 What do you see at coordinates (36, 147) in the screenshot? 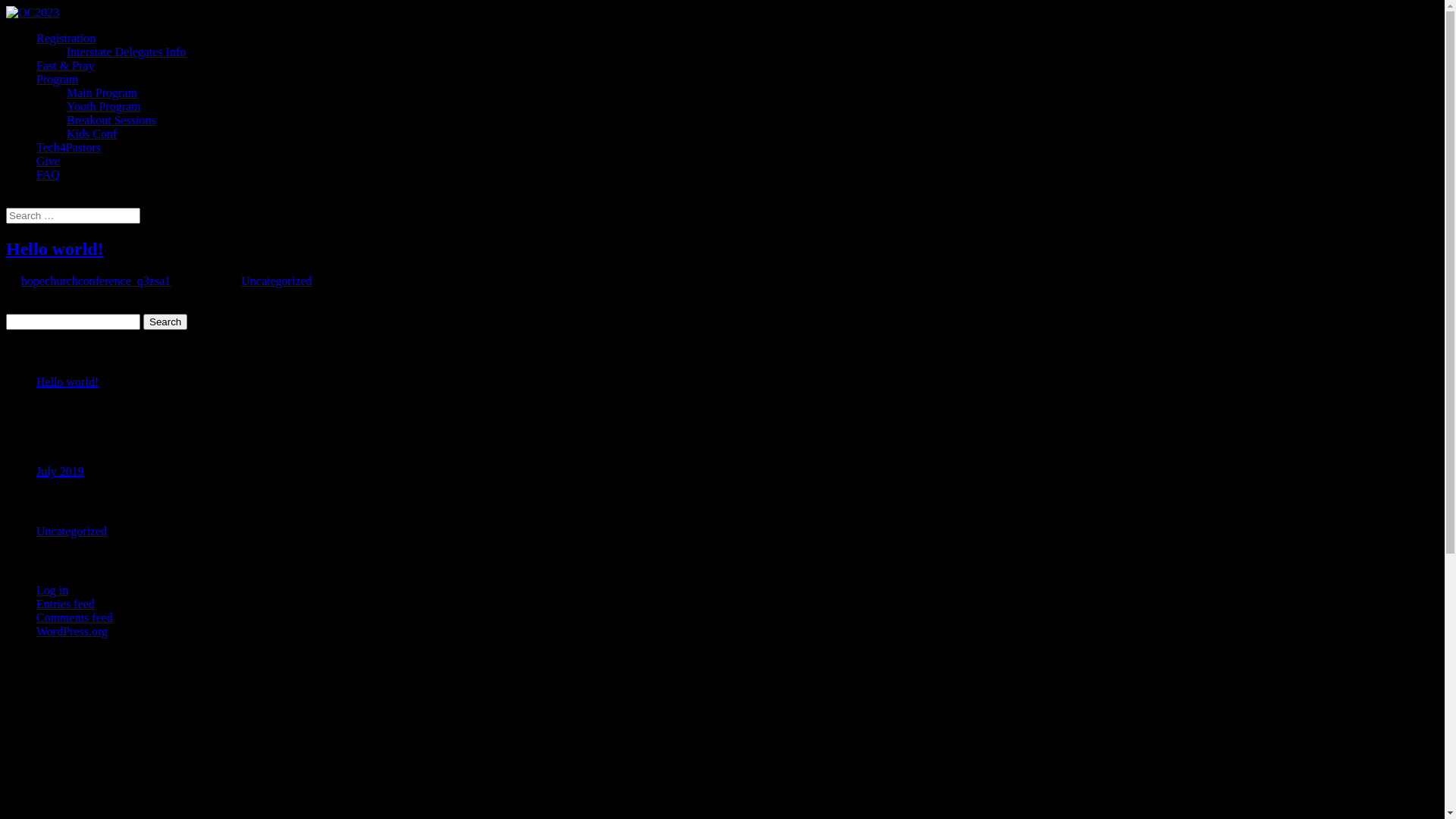
I see `'Tech4Pastors'` at bounding box center [36, 147].